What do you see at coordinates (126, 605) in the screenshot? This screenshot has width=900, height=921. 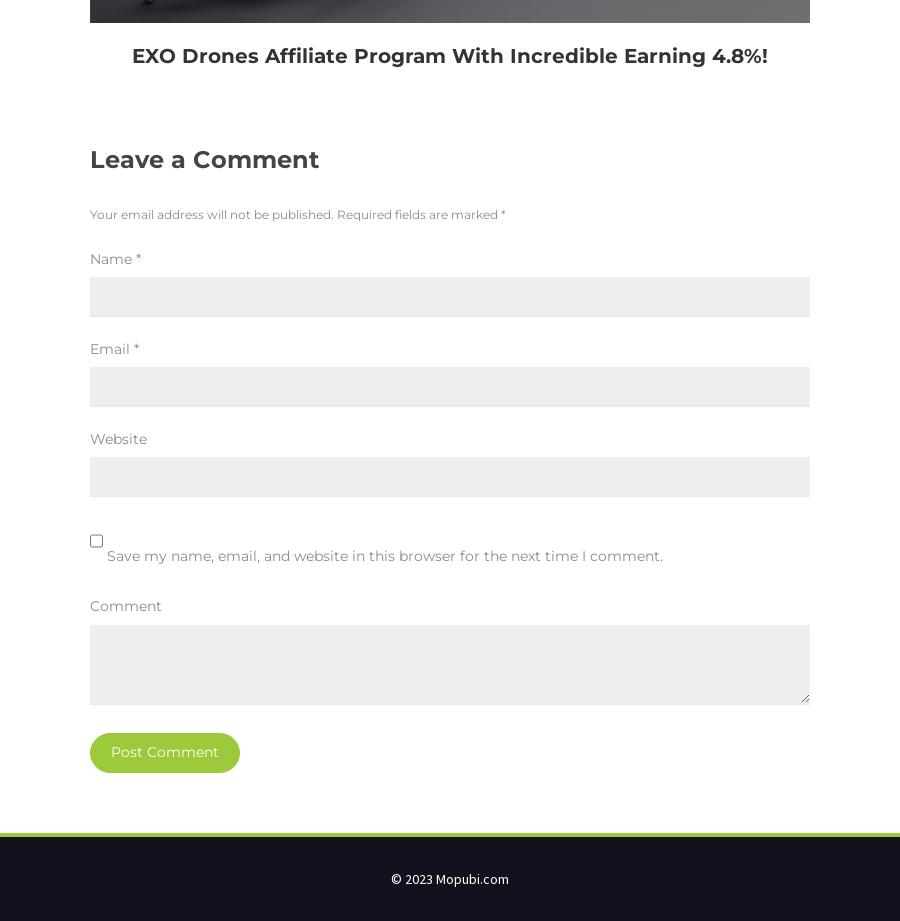 I see `'Comment'` at bounding box center [126, 605].